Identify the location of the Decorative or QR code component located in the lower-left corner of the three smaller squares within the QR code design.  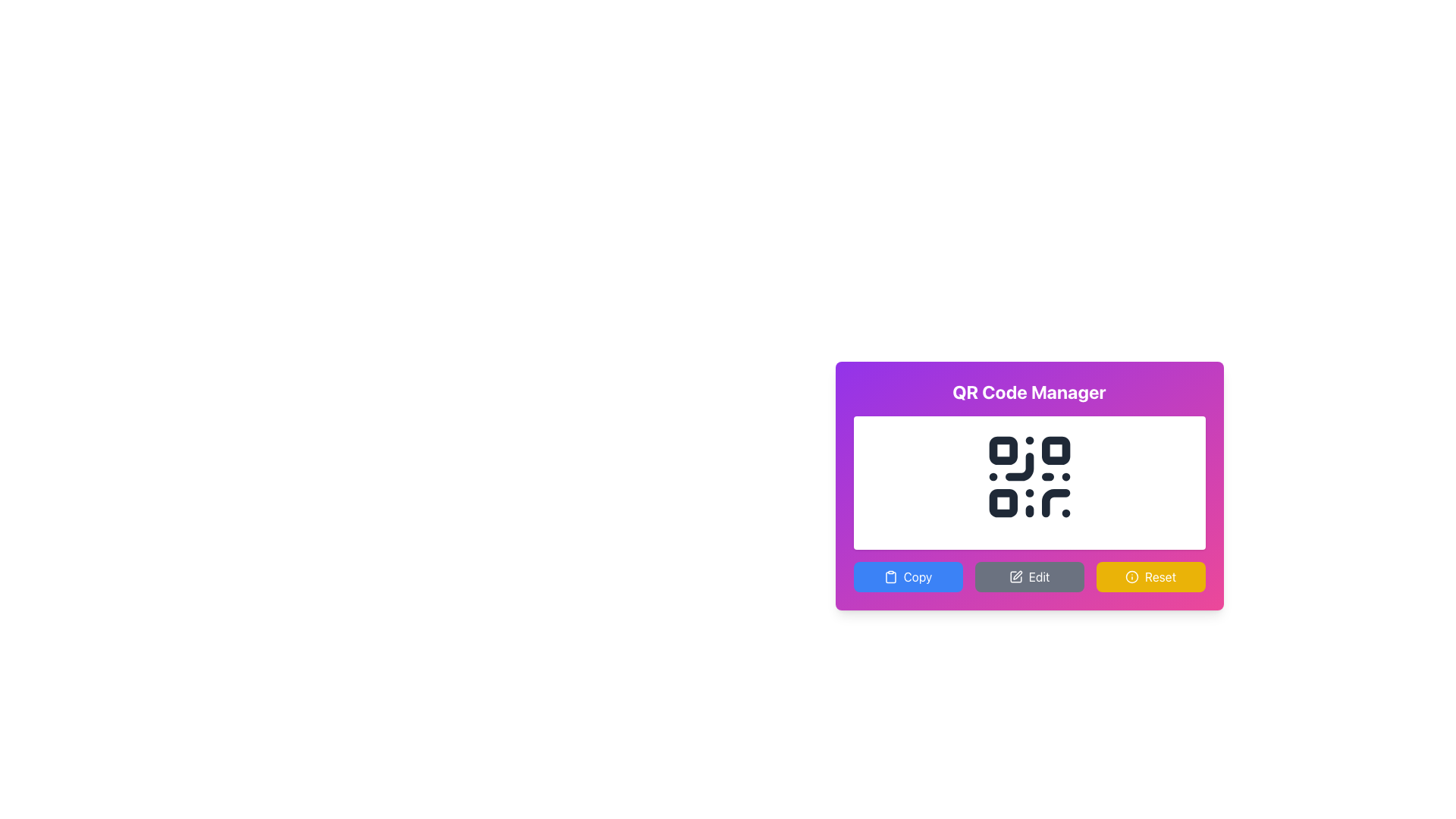
(1003, 503).